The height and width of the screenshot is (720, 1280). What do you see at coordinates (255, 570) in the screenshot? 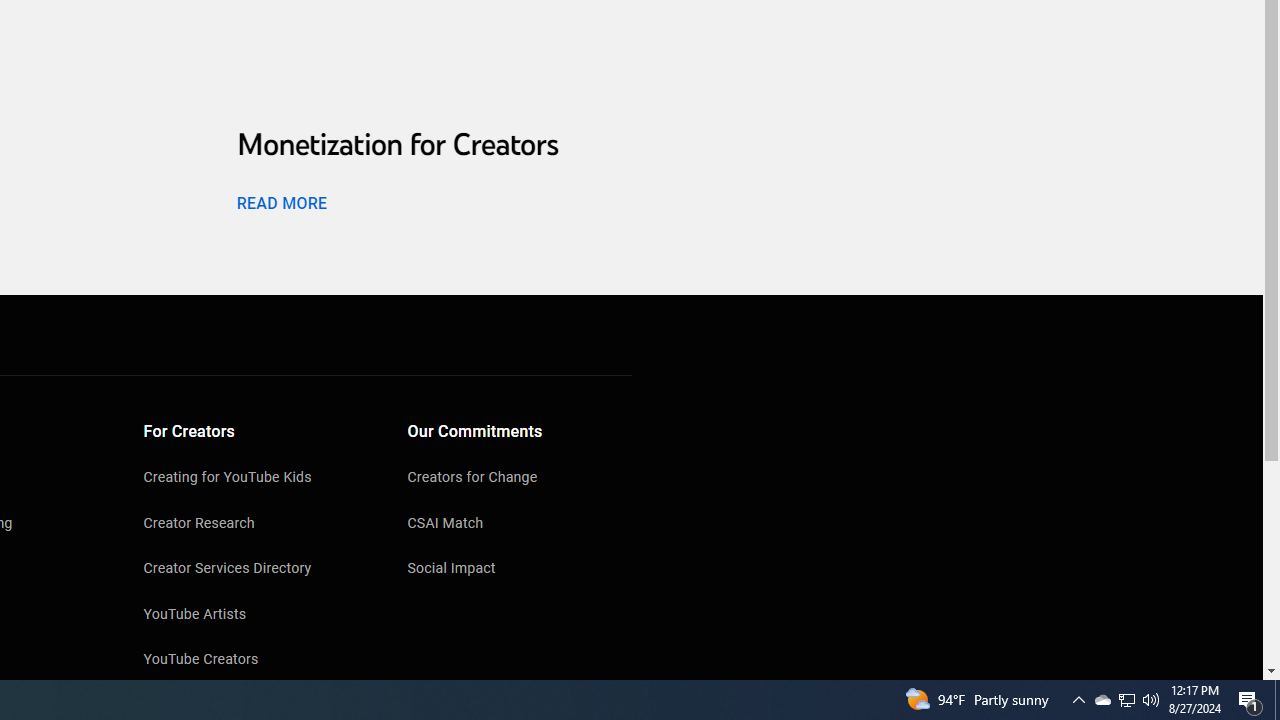
I see `'Creator Services Directory'` at bounding box center [255, 570].